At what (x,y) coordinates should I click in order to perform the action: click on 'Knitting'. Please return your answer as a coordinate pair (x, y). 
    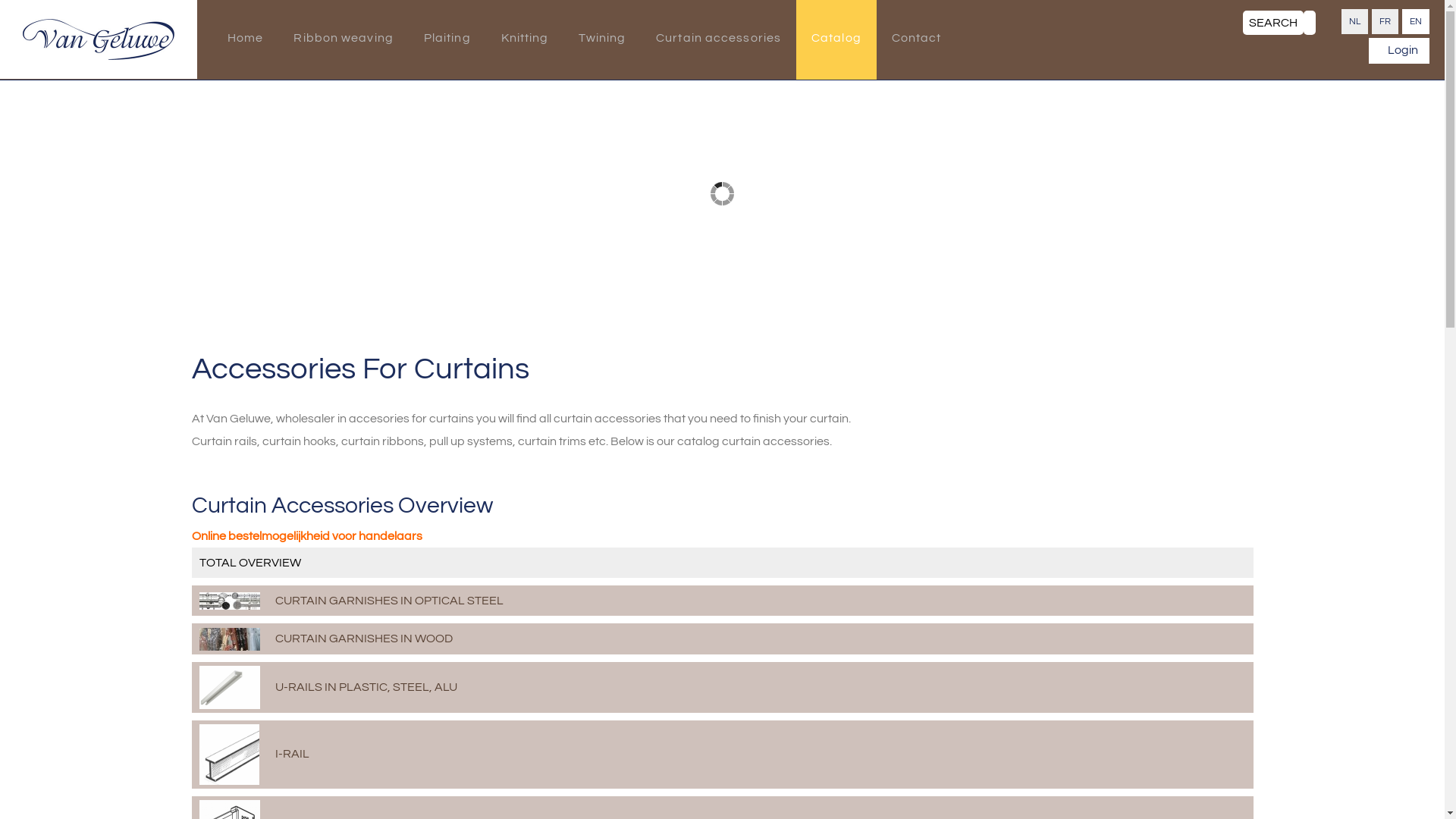
    Looking at the image, I should click on (525, 39).